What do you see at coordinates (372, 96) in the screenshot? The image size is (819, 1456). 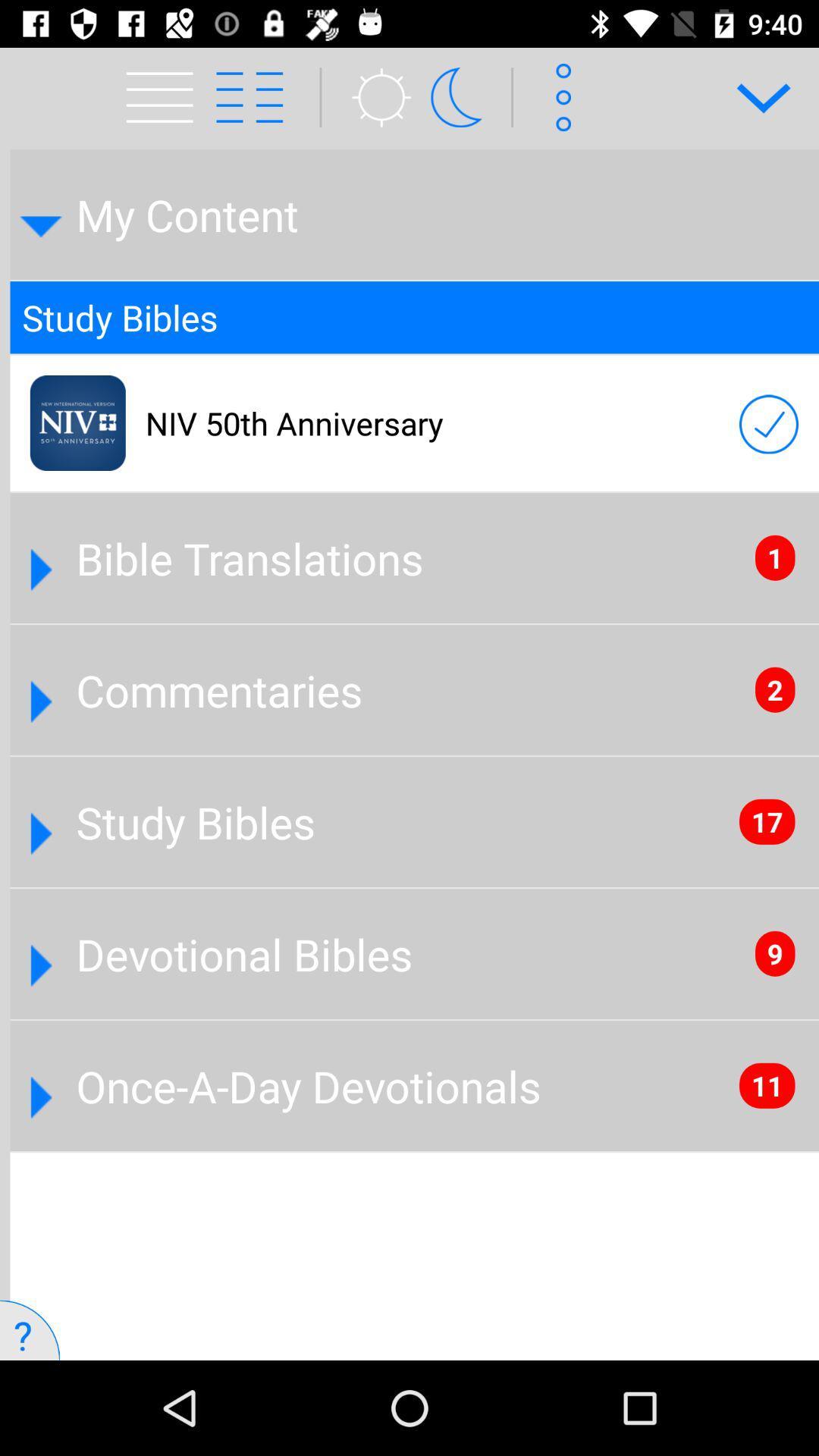 I see `the weather icon` at bounding box center [372, 96].